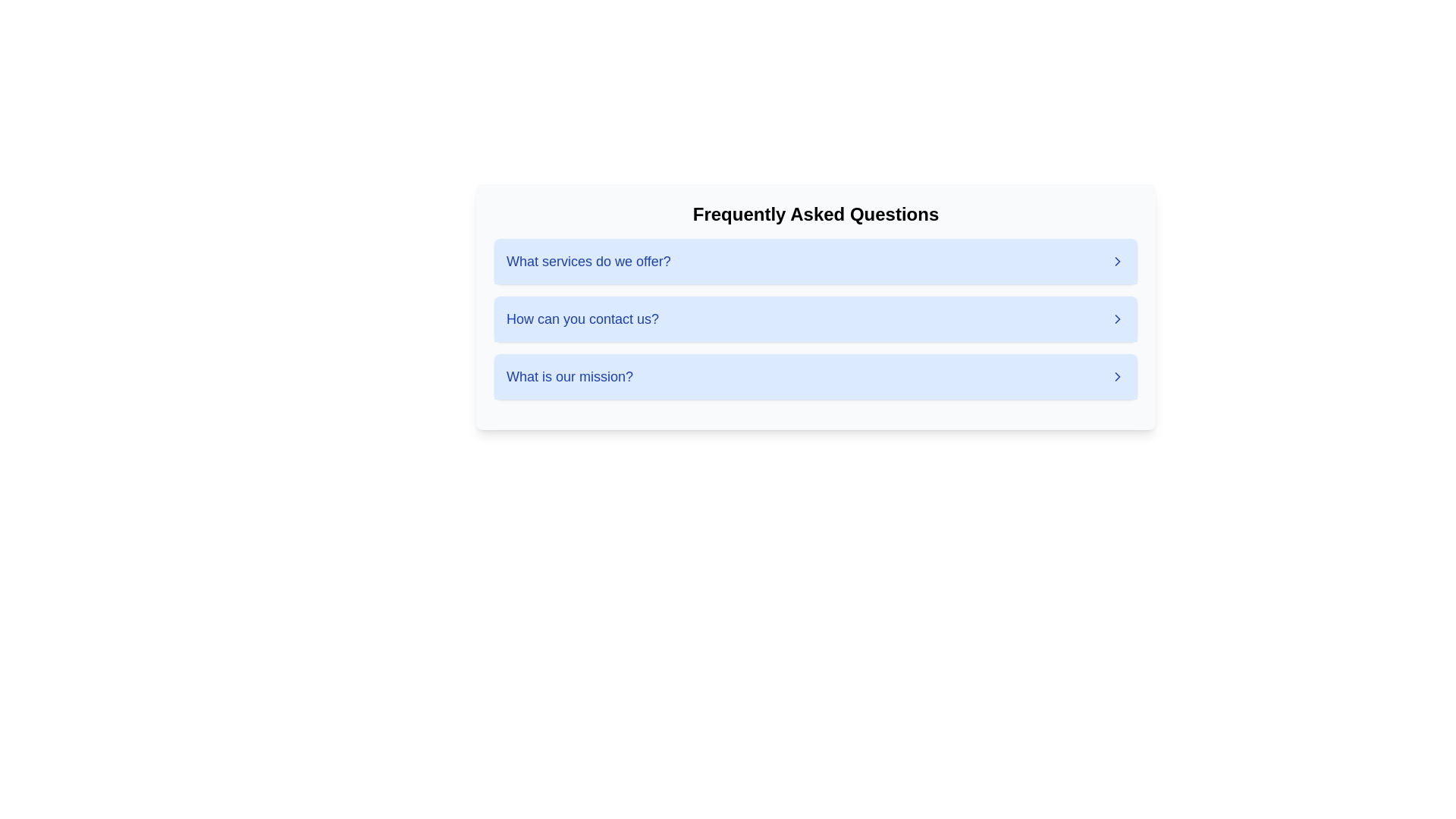  I want to click on the text header 'How can you contact us?' which is centrally aligned within the second item of the 'Frequently Asked Questions' list, so click(582, 318).